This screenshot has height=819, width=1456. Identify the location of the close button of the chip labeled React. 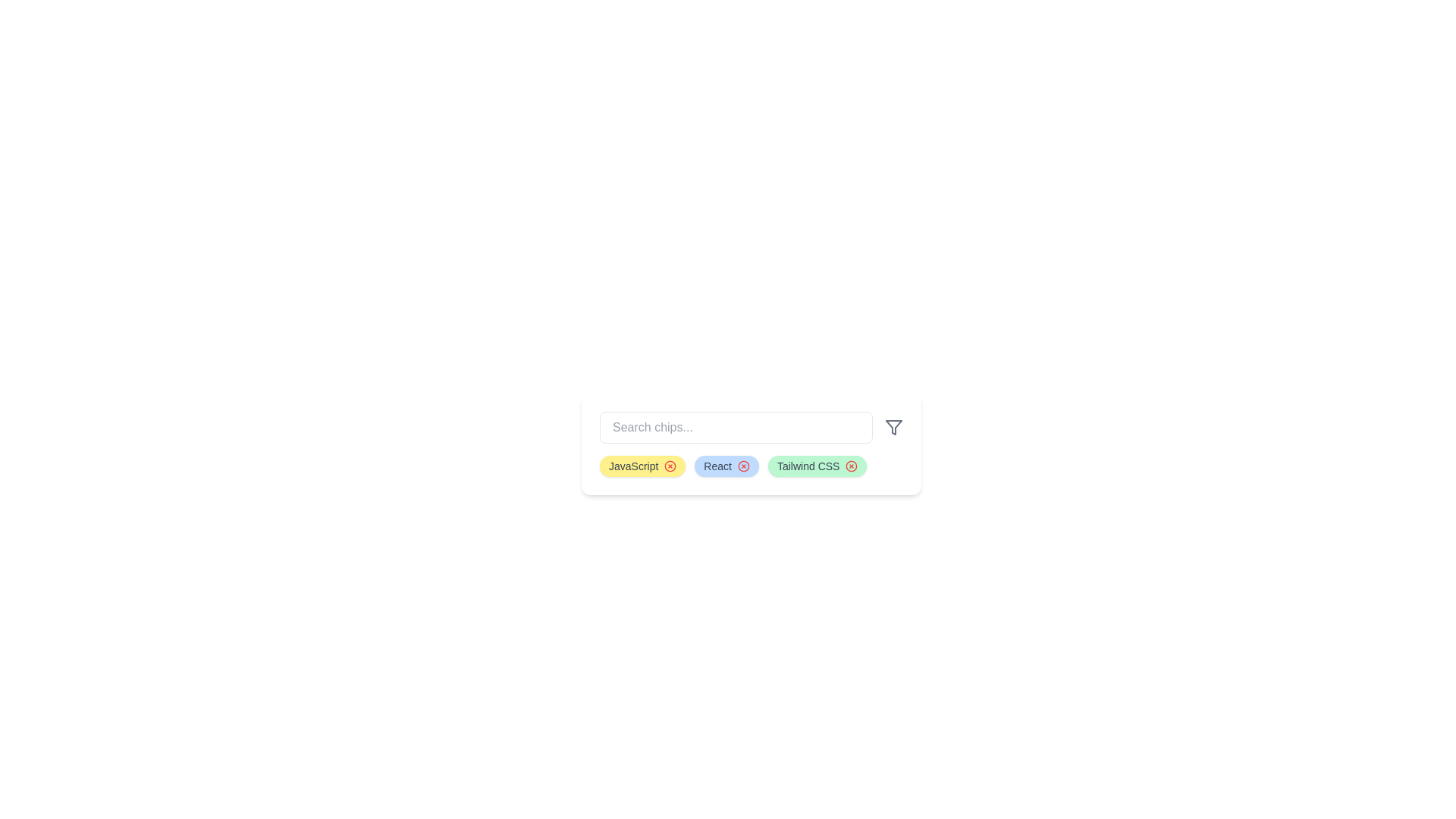
(743, 465).